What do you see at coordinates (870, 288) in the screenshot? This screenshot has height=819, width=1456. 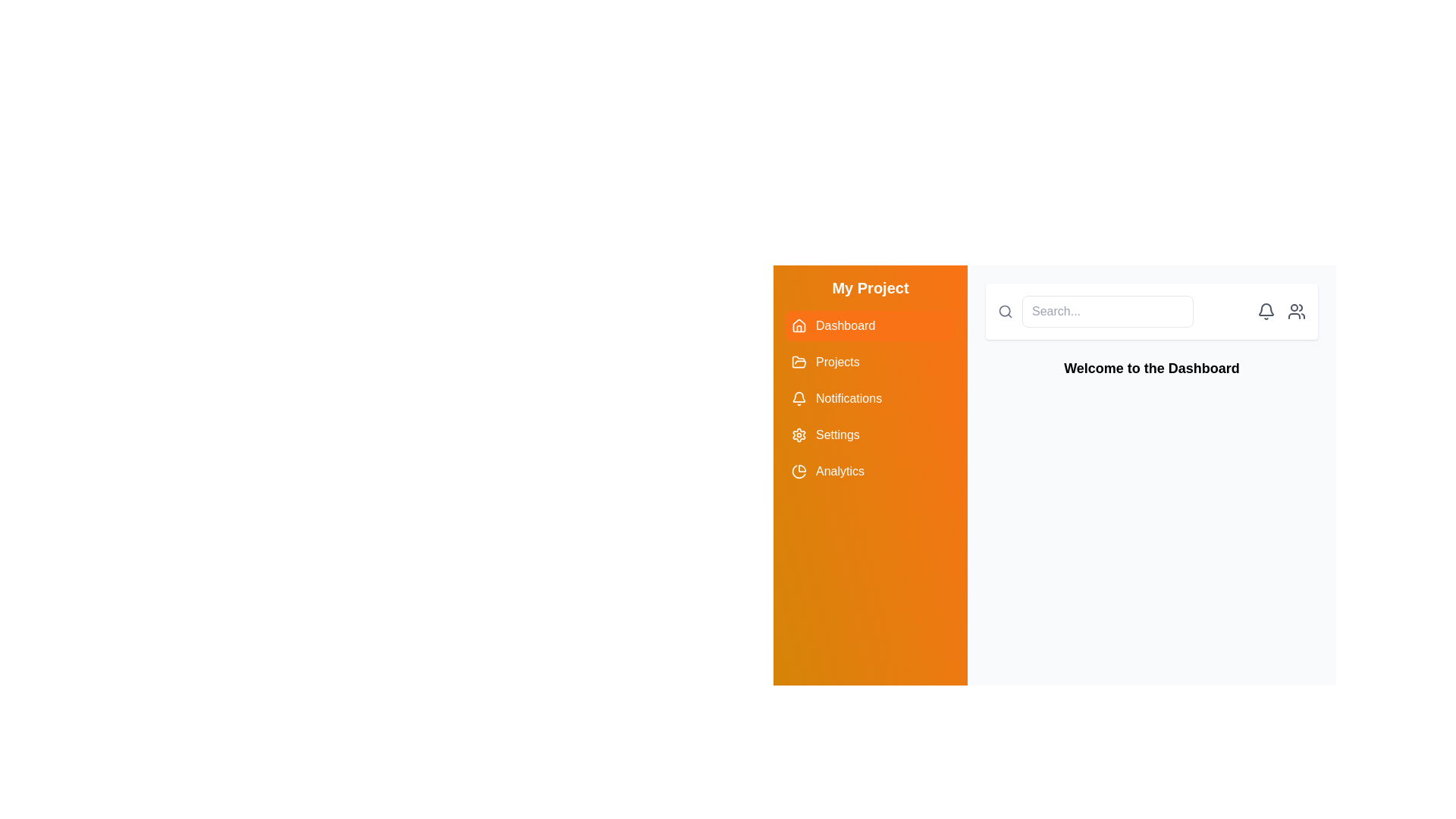 I see `the Static text header located at the top of the sidebar on the left-hand side, which indicates the current project or workspace name` at bounding box center [870, 288].